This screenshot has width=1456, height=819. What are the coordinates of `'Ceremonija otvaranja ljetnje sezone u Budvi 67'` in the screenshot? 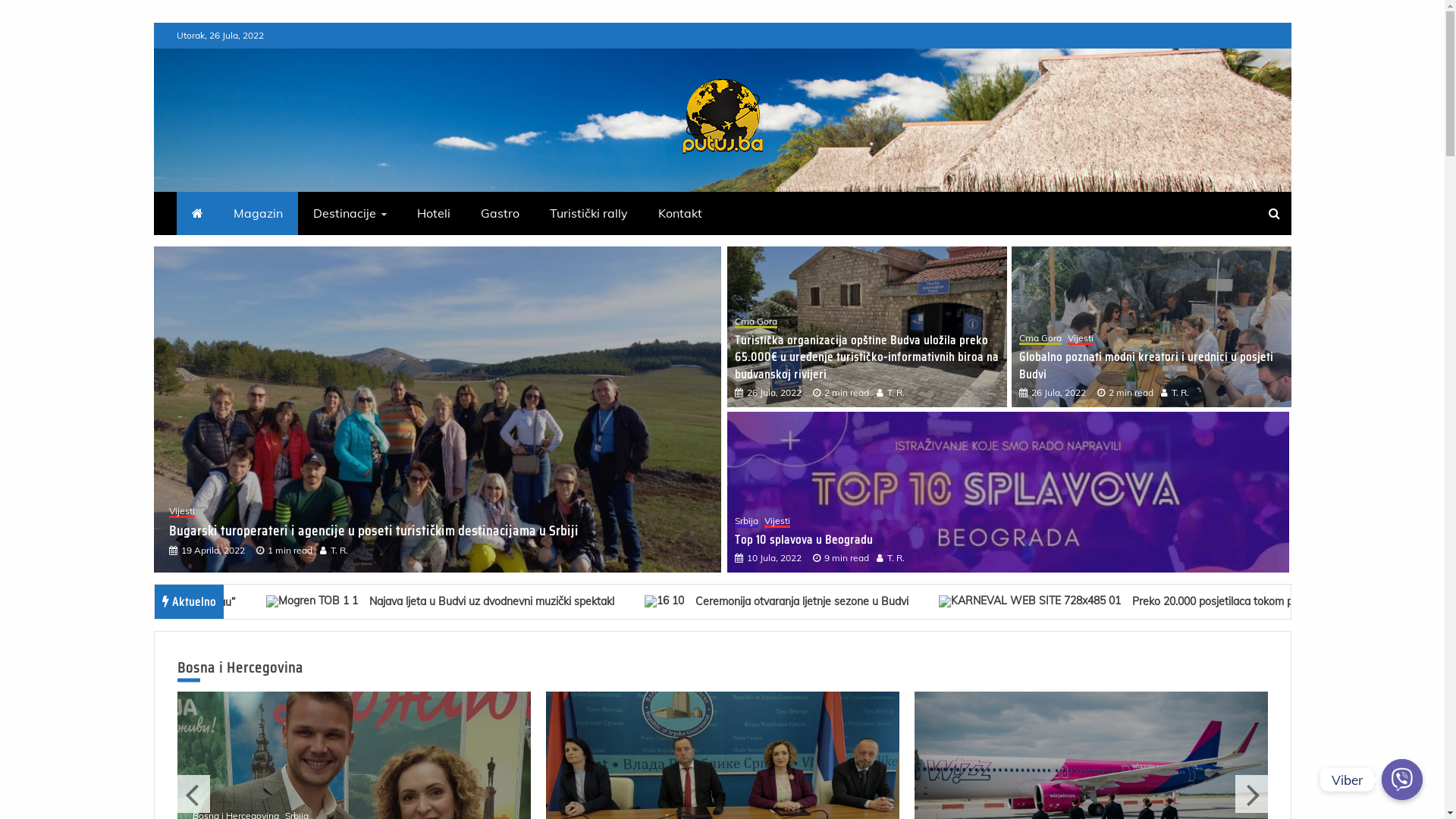 It's located at (817, 601).